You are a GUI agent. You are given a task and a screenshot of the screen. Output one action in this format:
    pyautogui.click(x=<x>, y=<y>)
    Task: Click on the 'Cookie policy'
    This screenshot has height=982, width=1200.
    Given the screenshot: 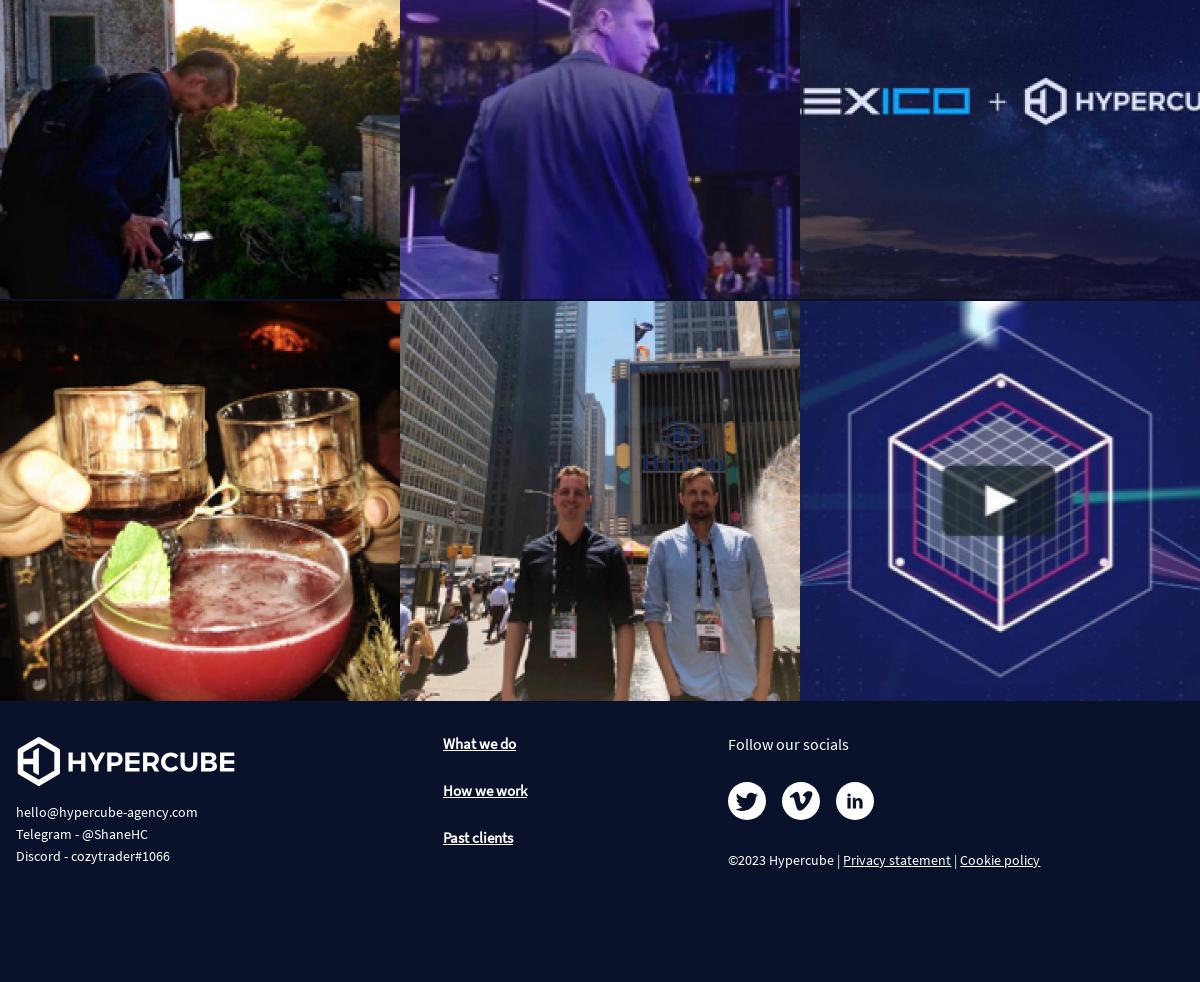 What is the action you would take?
    pyautogui.click(x=999, y=860)
    